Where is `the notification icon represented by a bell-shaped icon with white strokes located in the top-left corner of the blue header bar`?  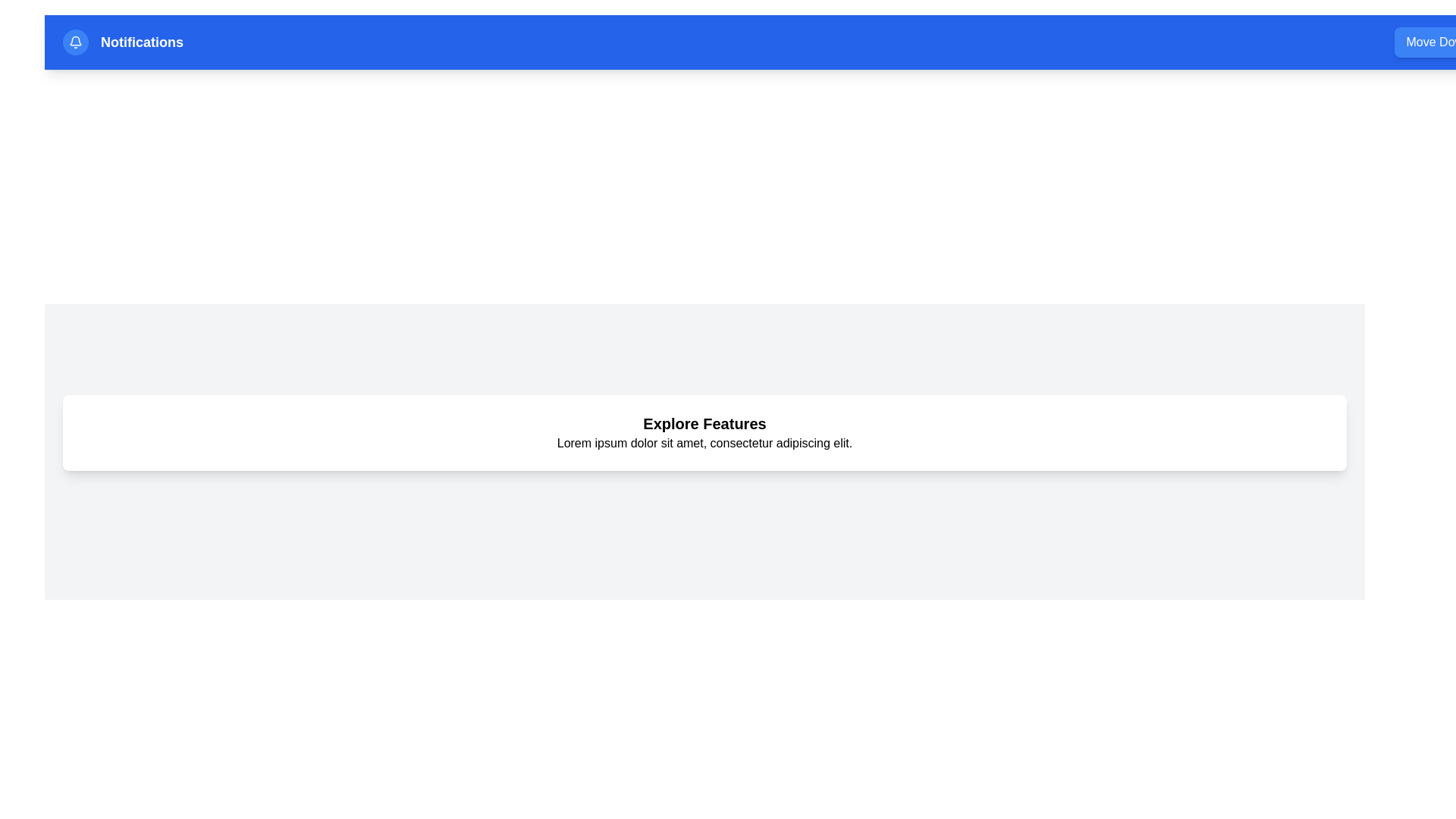 the notification icon represented by a bell-shaped icon with white strokes located in the top-left corner of the blue header bar is located at coordinates (75, 40).